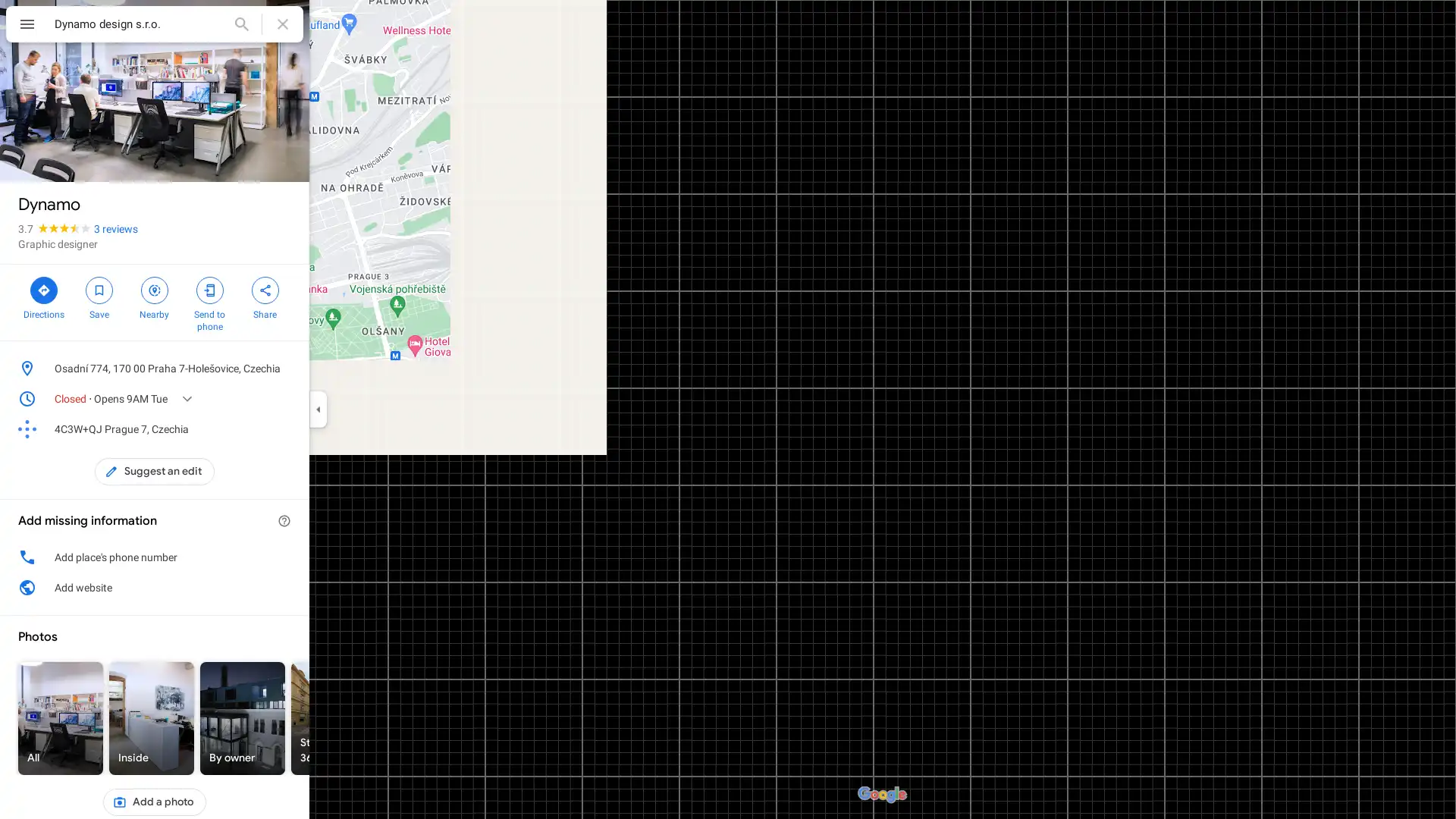 The width and height of the screenshot is (1456, 819). Describe the element at coordinates (152, 717) in the screenshot. I see `Inside` at that location.